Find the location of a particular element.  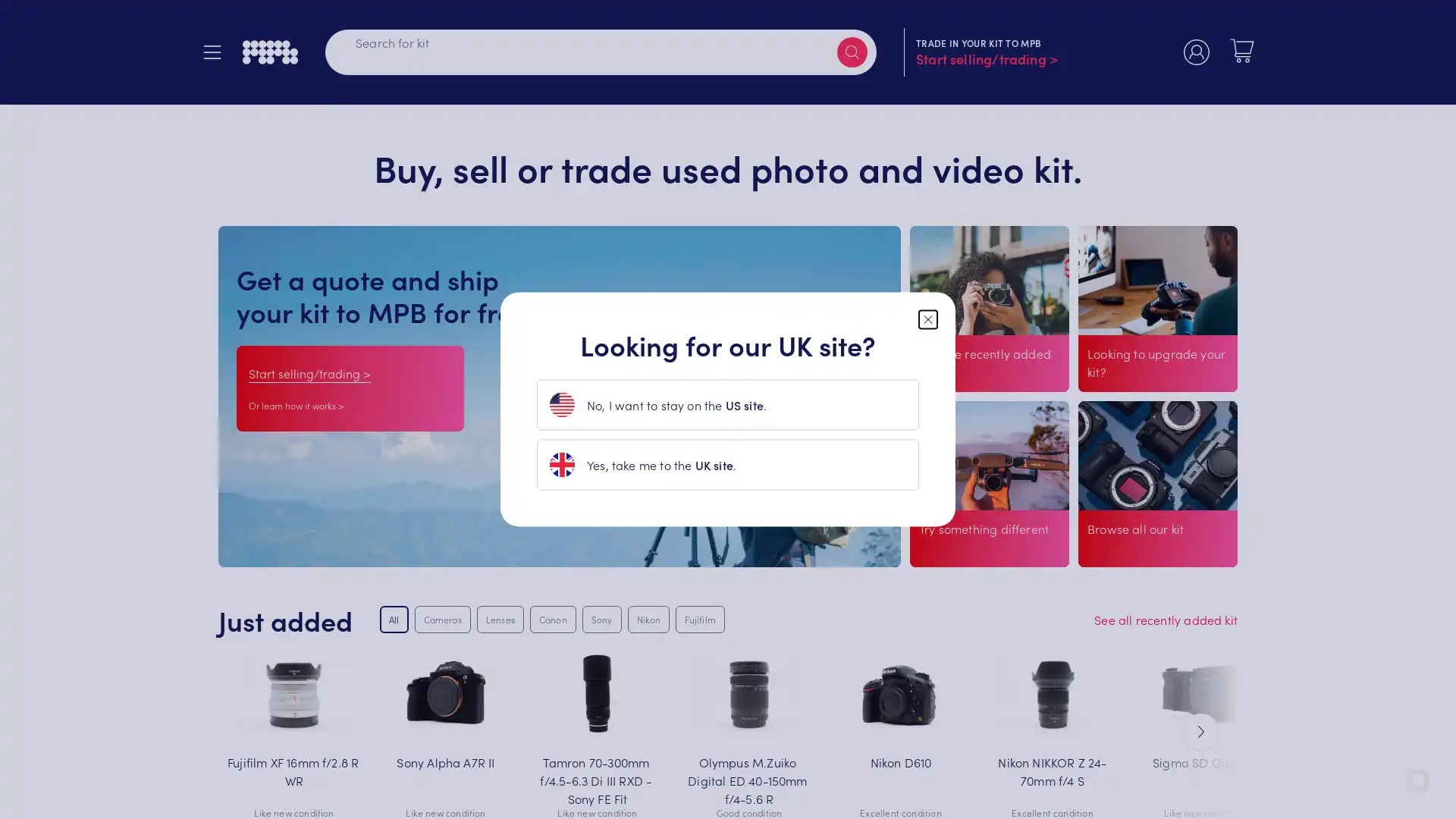

Or learn how it works > is located at coordinates (296, 404).